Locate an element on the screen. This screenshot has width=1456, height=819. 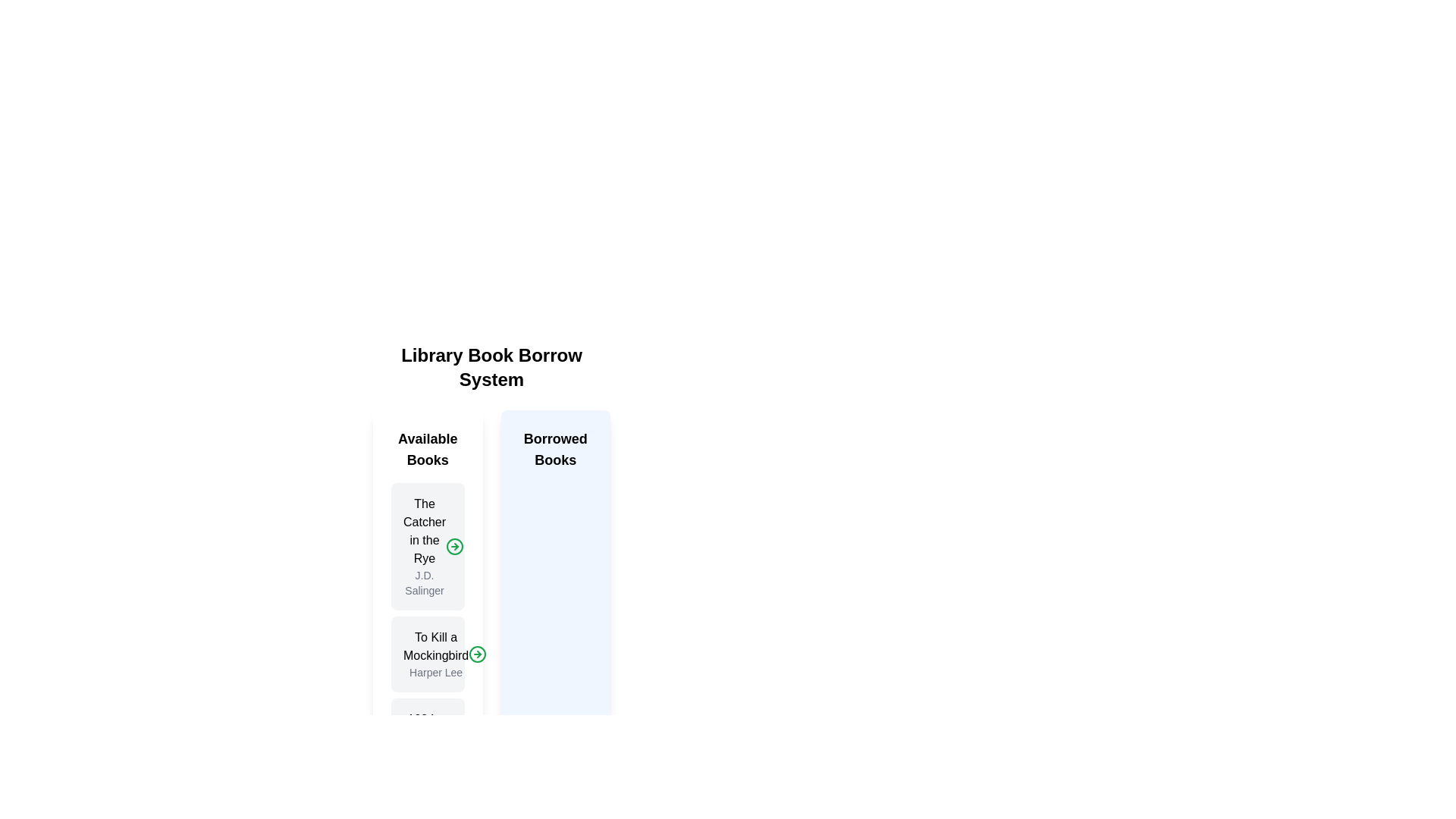
title 'The Catcher in the Rye' and author 'J.D. Salinger' displayed in the text display within the 'Available Books' section is located at coordinates (425, 547).